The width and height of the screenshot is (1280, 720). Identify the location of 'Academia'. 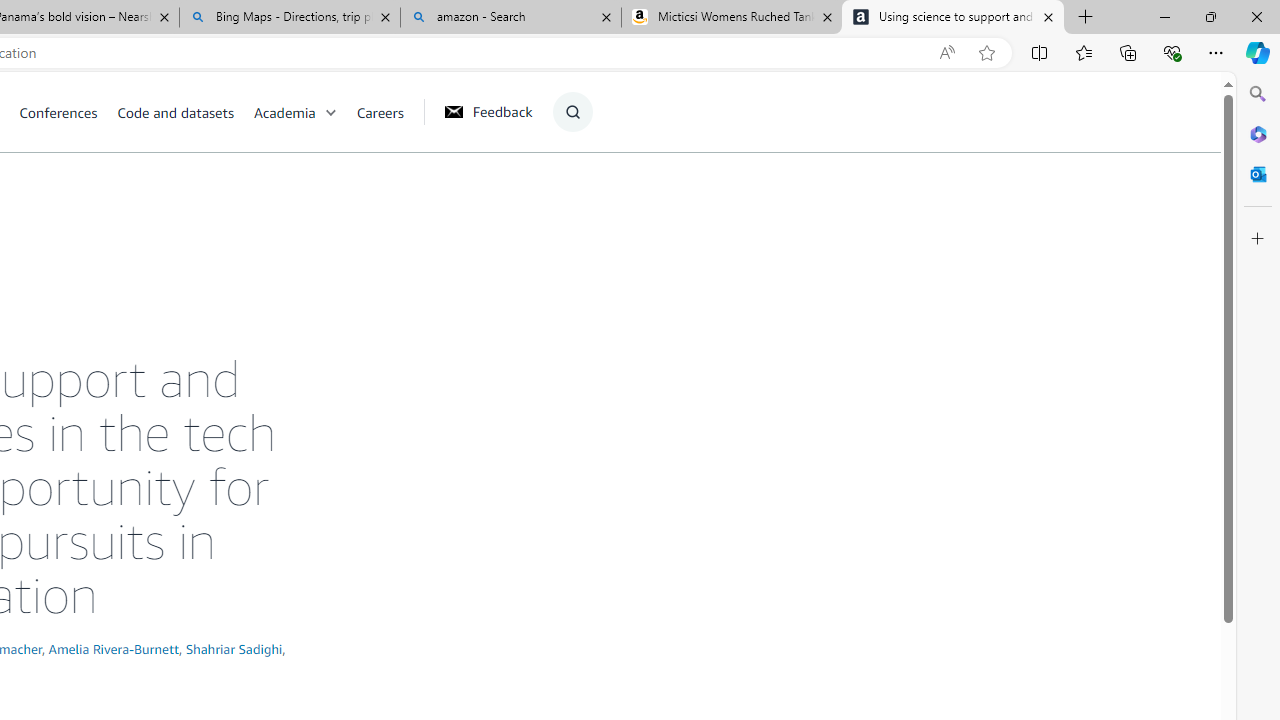
(283, 111).